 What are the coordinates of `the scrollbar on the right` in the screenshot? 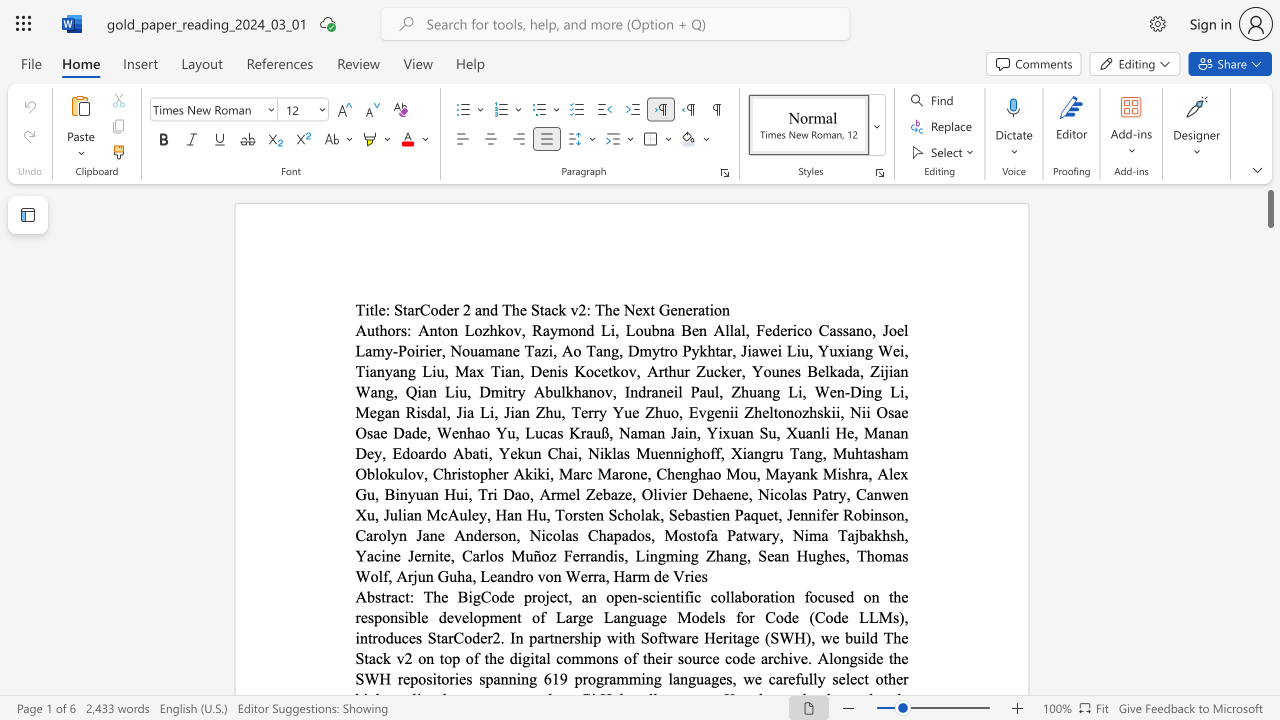 It's located at (1269, 598).